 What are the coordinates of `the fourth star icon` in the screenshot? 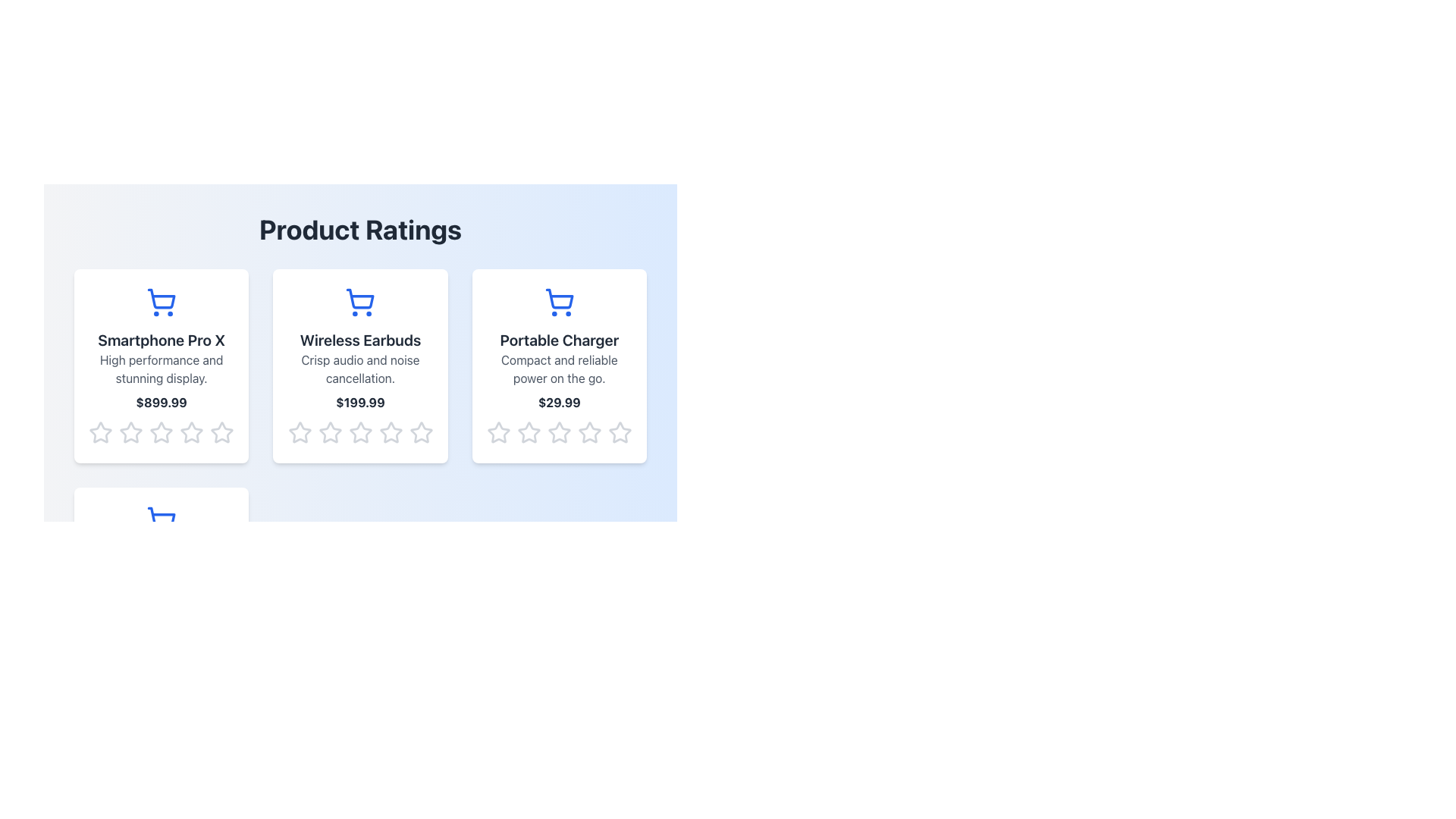 It's located at (588, 432).